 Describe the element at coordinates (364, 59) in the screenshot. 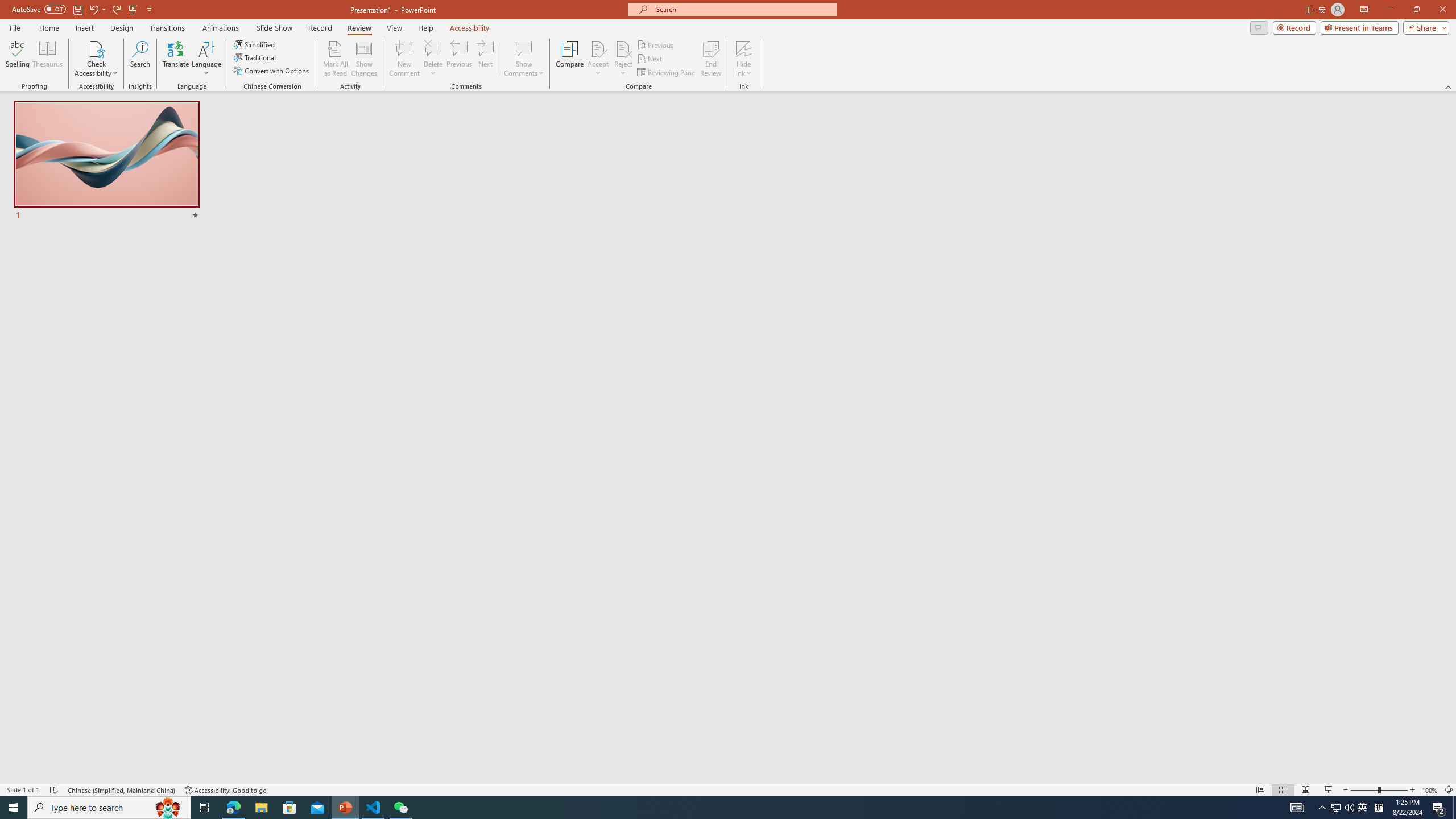

I see `'Show Changes'` at that location.